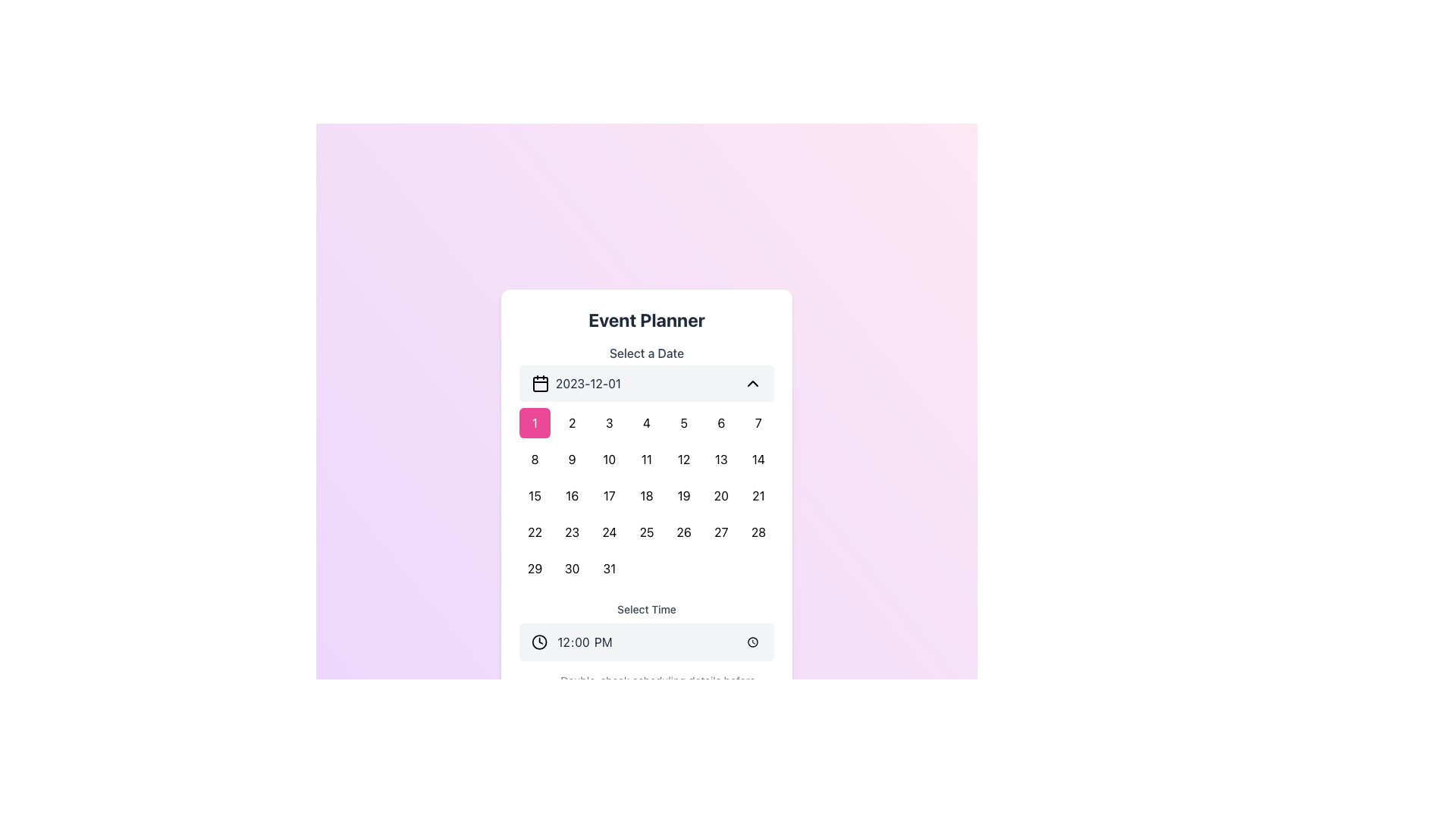  I want to click on the Interactive time selection area located, so click(647, 632).